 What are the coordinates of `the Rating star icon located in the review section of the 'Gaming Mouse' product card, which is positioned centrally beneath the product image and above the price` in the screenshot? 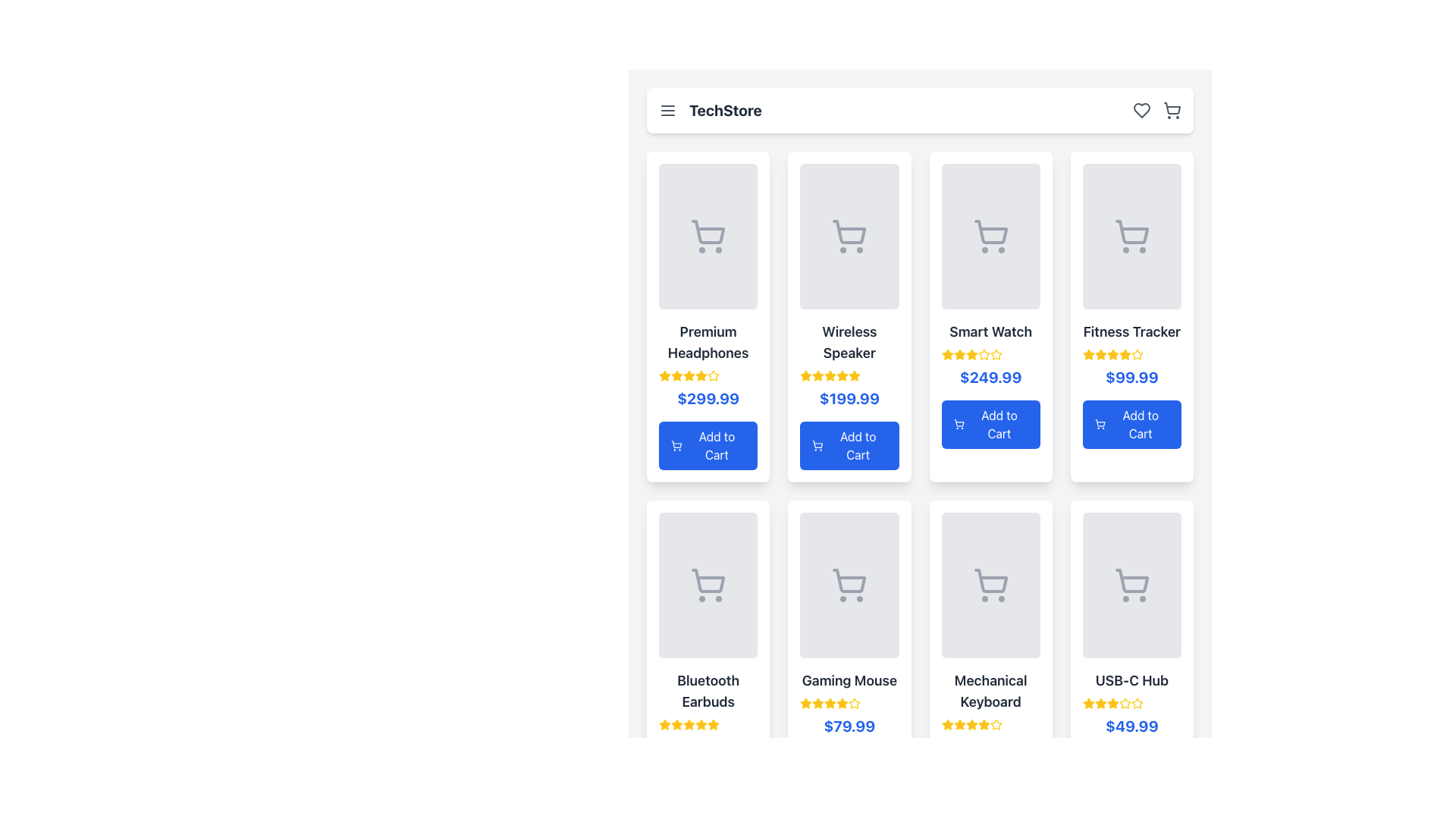 It's located at (805, 703).